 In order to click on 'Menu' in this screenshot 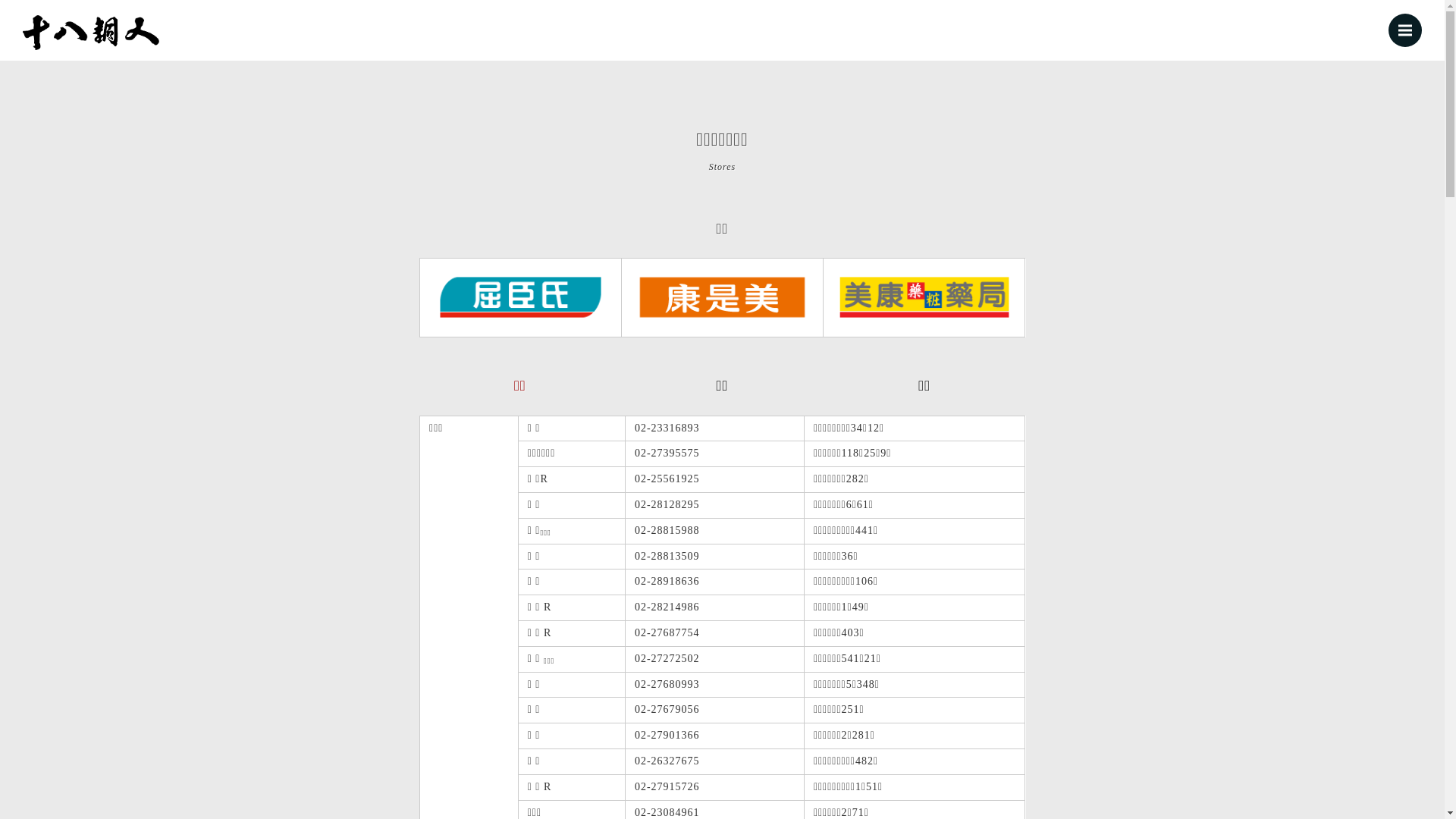, I will do `click(1404, 30)`.